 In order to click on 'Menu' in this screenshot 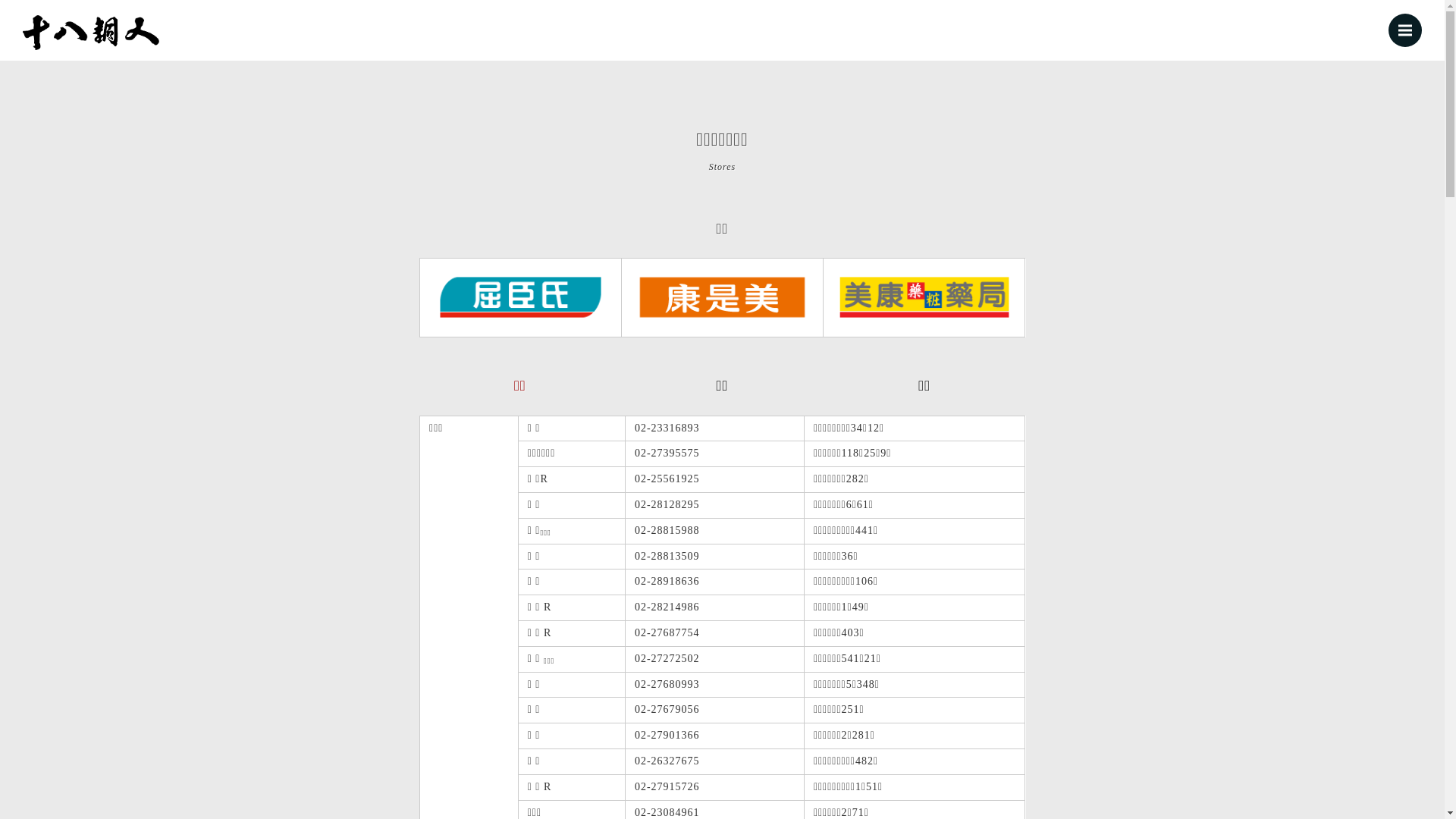, I will do `click(1404, 30)`.